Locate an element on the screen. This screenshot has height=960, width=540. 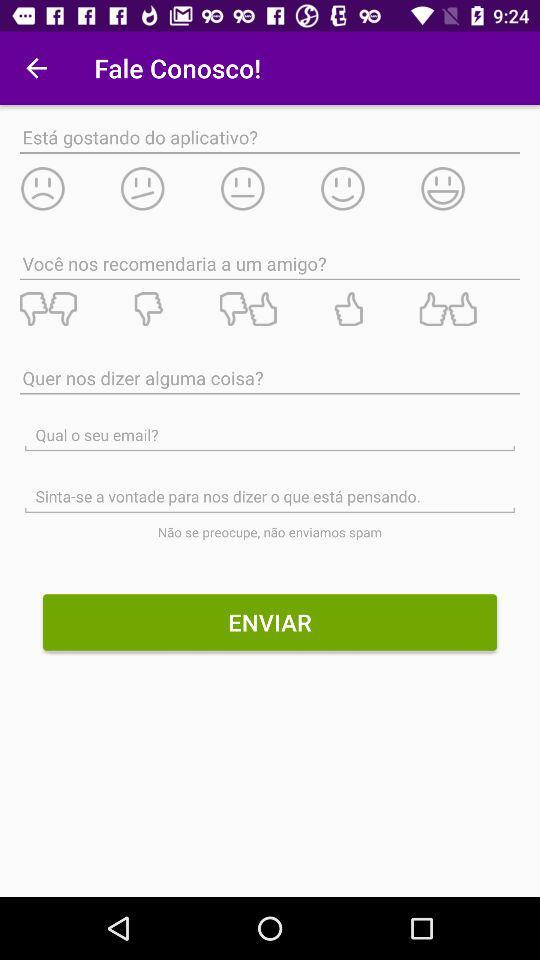
rate as neutral is located at coordinates (269, 188).